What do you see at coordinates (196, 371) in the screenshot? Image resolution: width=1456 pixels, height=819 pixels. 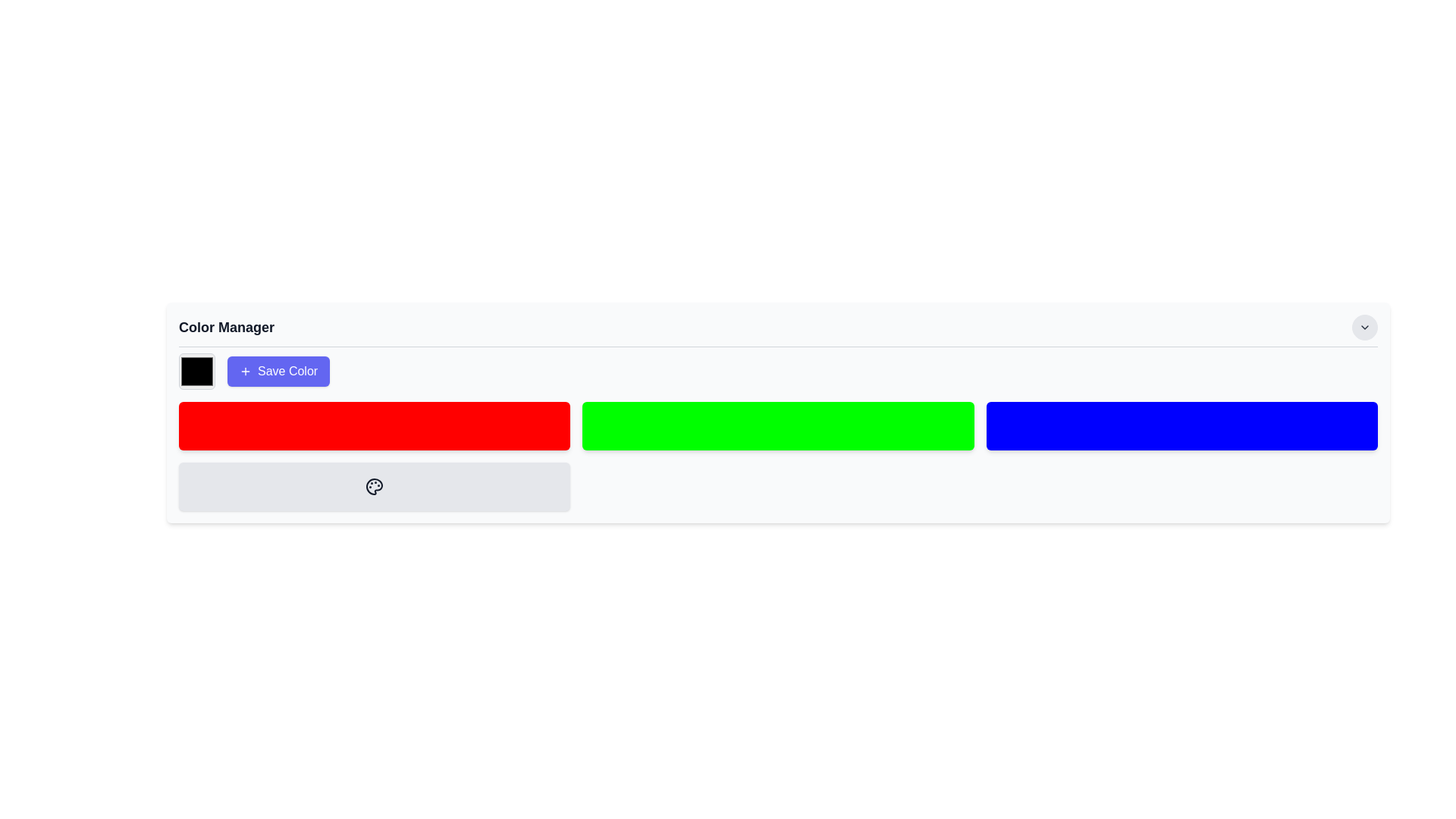 I see `the square-shaped color picker input field with a black background and gray rounded border` at bounding box center [196, 371].